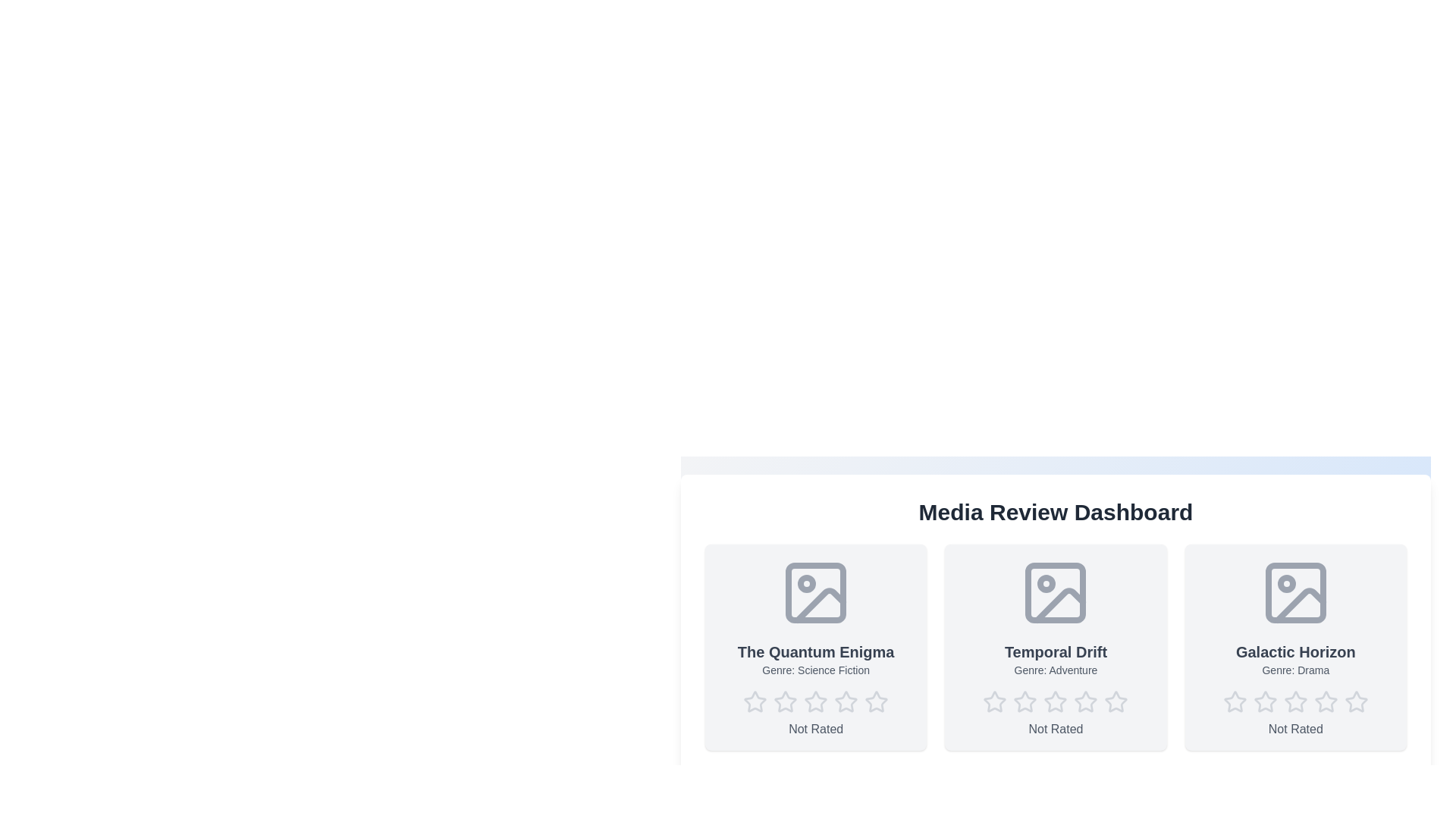 The height and width of the screenshot is (819, 1456). Describe the element at coordinates (1025, 701) in the screenshot. I see `the star corresponding to the desired rating 2 for the media item Temporal Drift` at that location.